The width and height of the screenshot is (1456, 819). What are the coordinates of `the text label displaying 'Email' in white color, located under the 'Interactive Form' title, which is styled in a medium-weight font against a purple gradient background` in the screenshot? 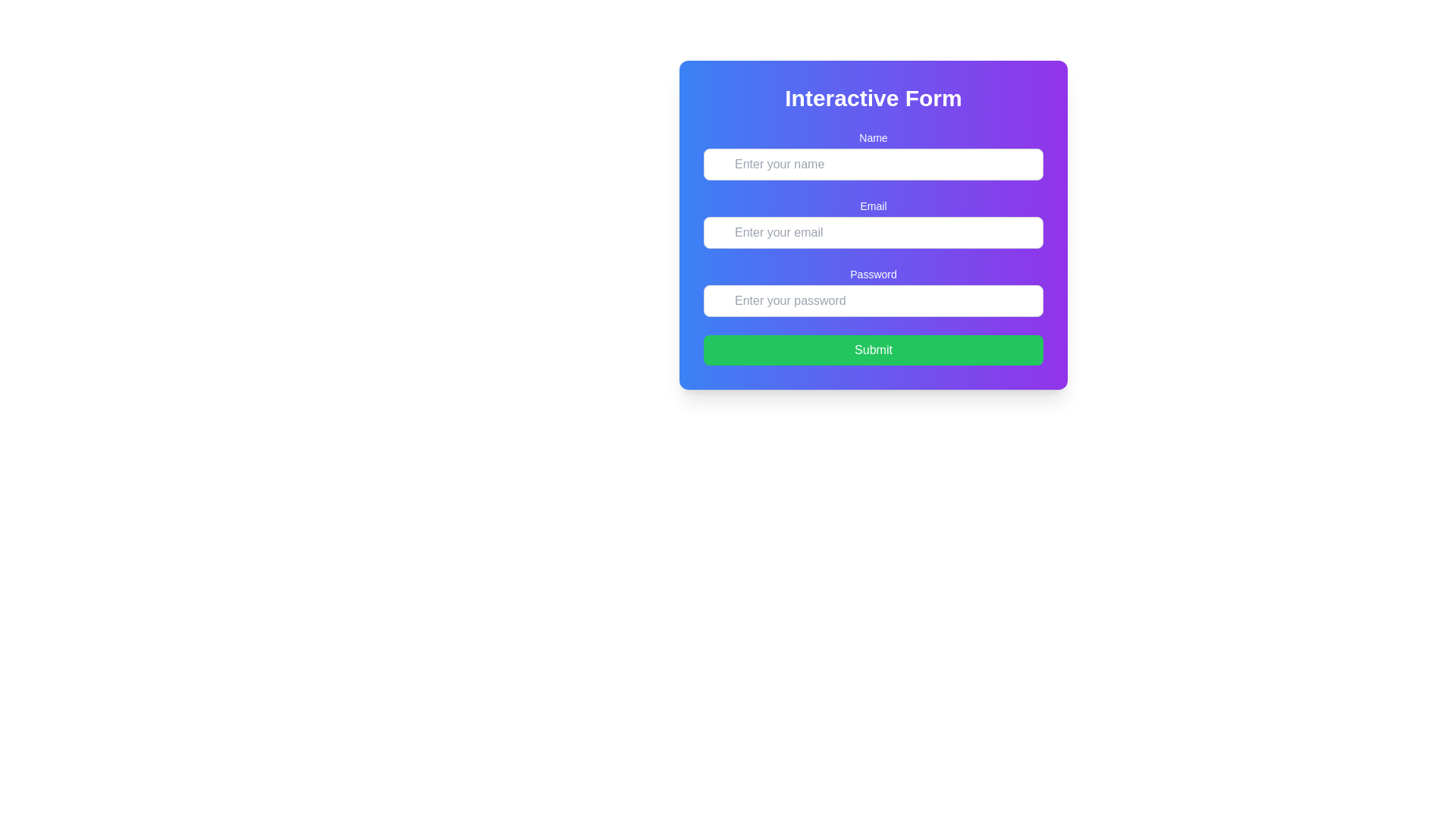 It's located at (874, 206).